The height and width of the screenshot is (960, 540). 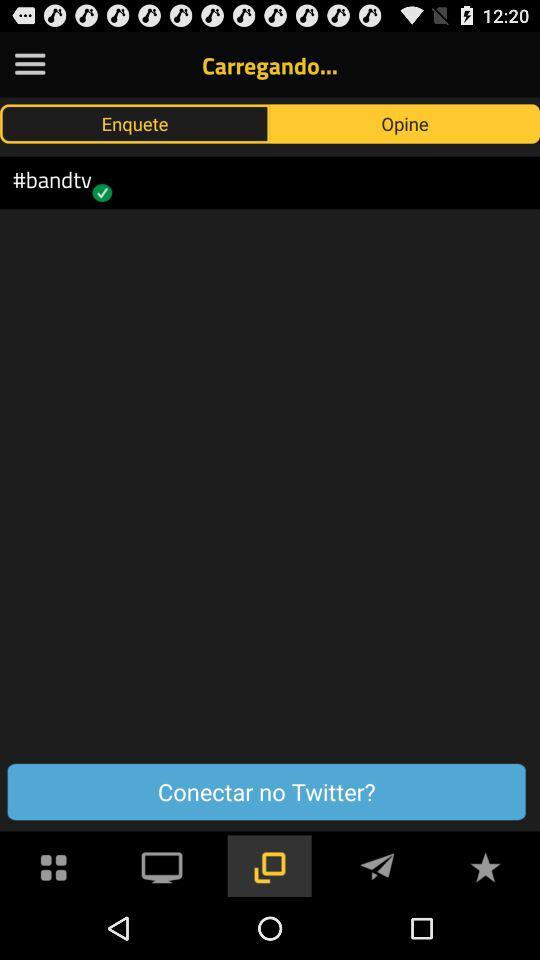 What do you see at coordinates (484, 864) in the screenshot?
I see `the icon below conectar no twitter? button` at bounding box center [484, 864].